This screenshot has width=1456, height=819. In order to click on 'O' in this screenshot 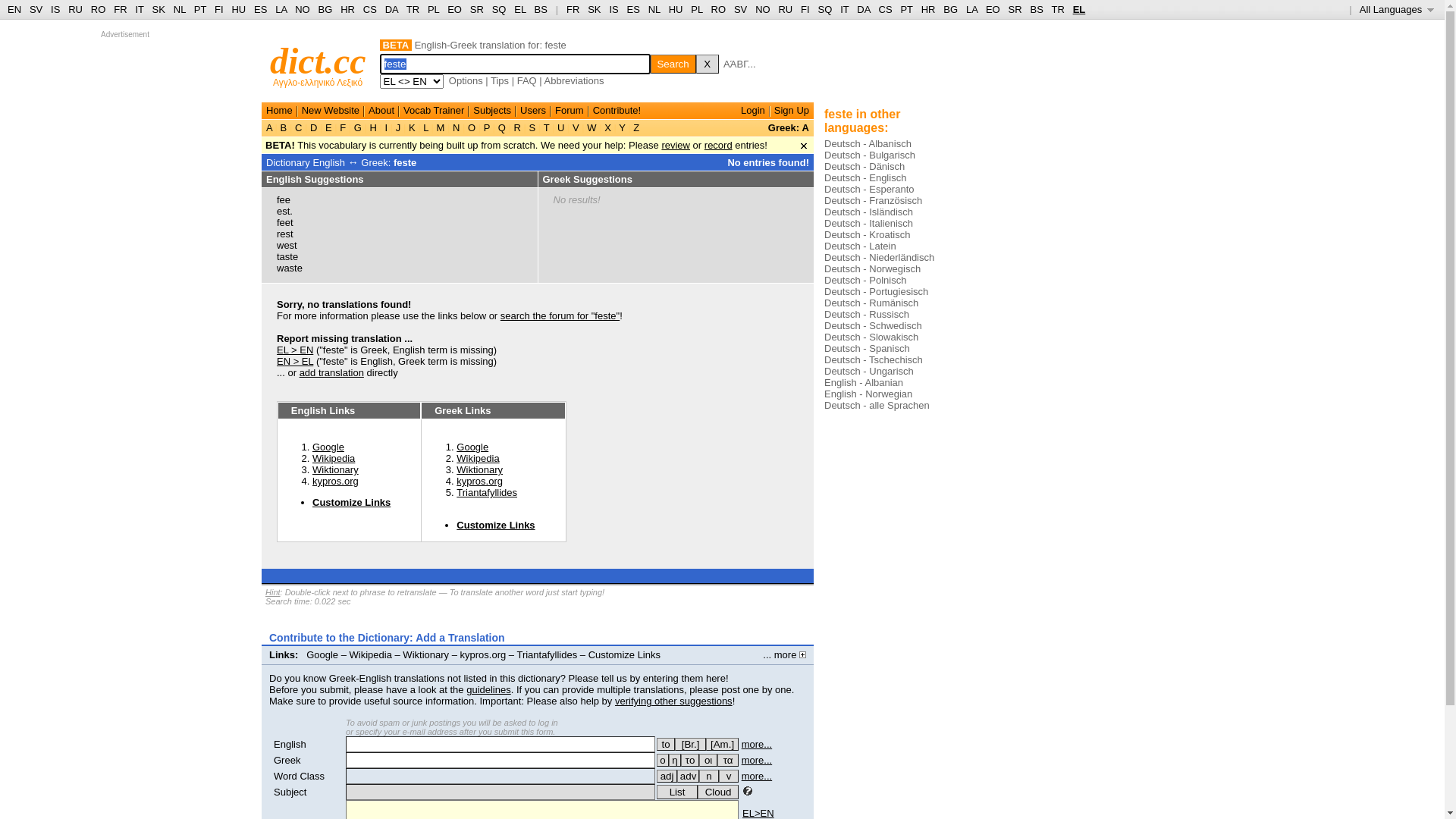, I will do `click(470, 127)`.